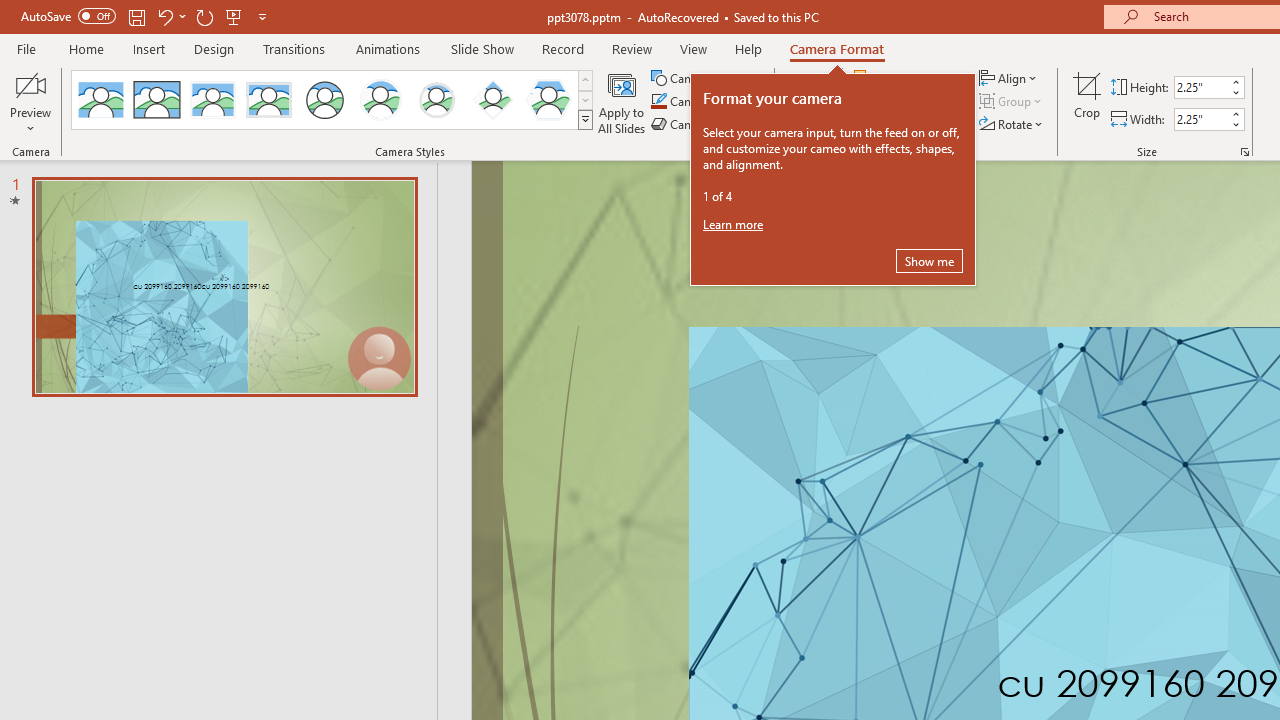 The width and height of the screenshot is (1280, 720). Describe the element at coordinates (381, 100) in the screenshot. I see `'Center Shadow Circle'` at that location.